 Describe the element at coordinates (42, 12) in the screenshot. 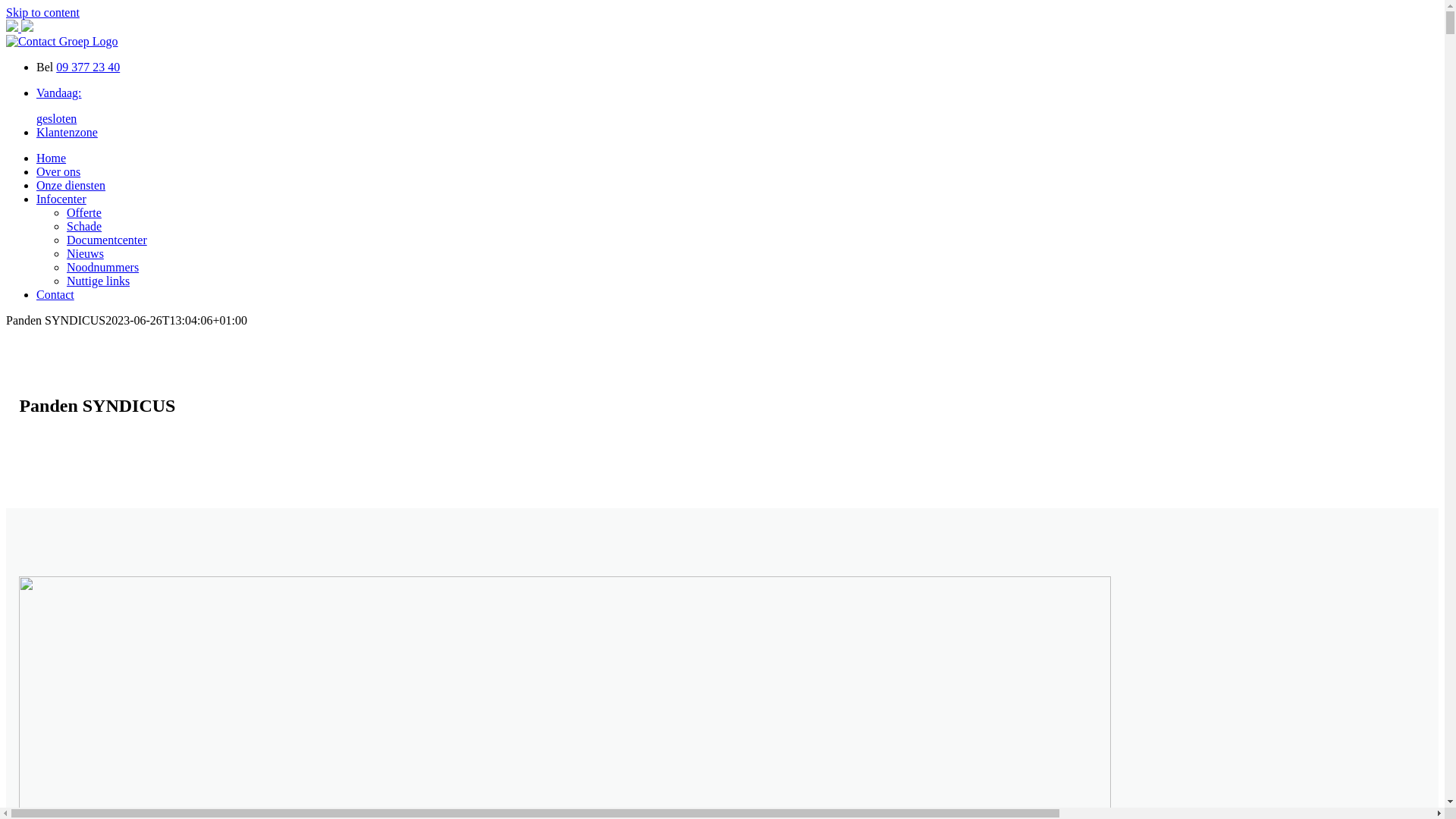

I see `'Skip to content'` at that location.